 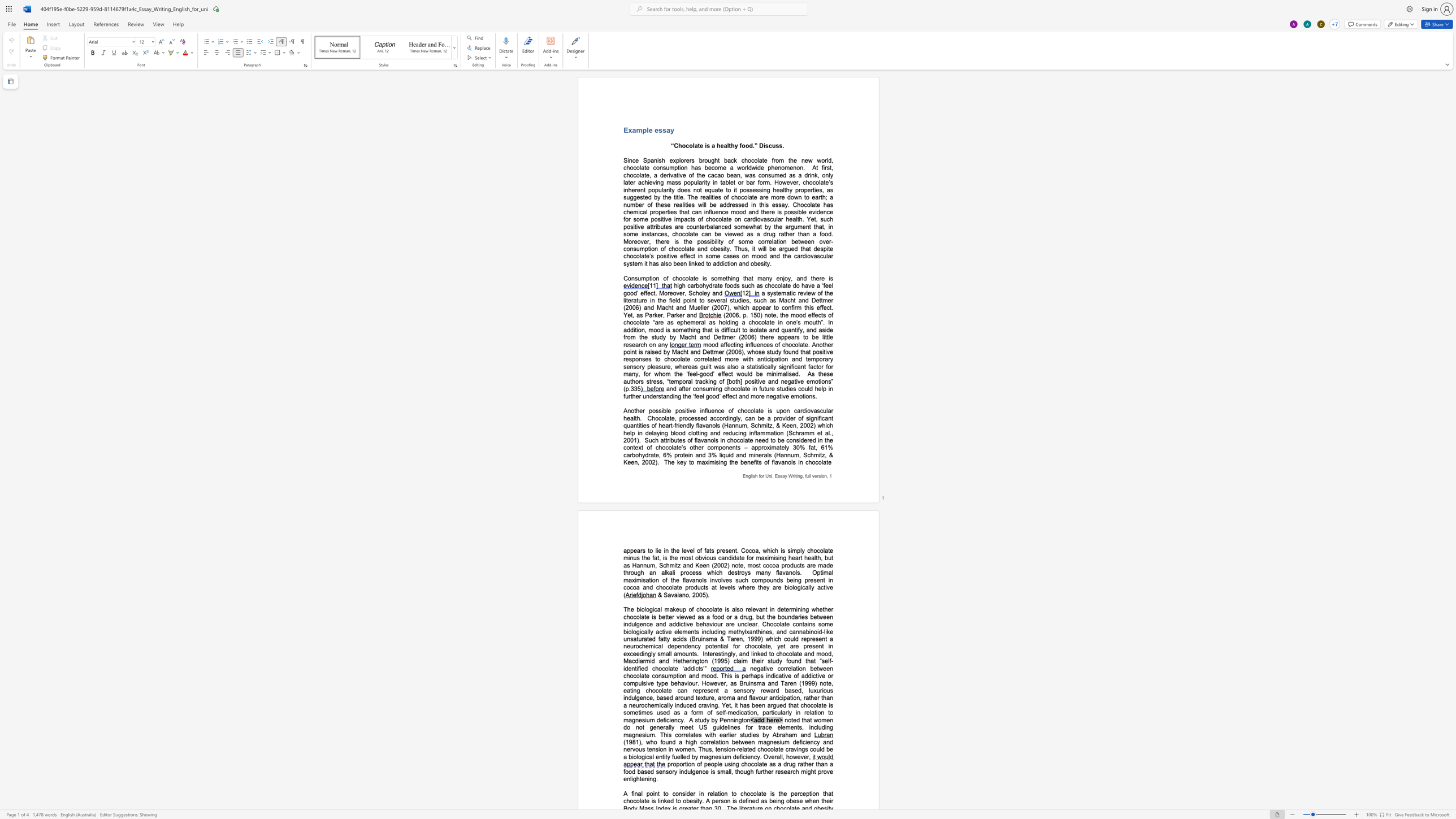 What do you see at coordinates (775, 587) in the screenshot?
I see `the space between the continuous character "a" and "r" in the text` at bounding box center [775, 587].